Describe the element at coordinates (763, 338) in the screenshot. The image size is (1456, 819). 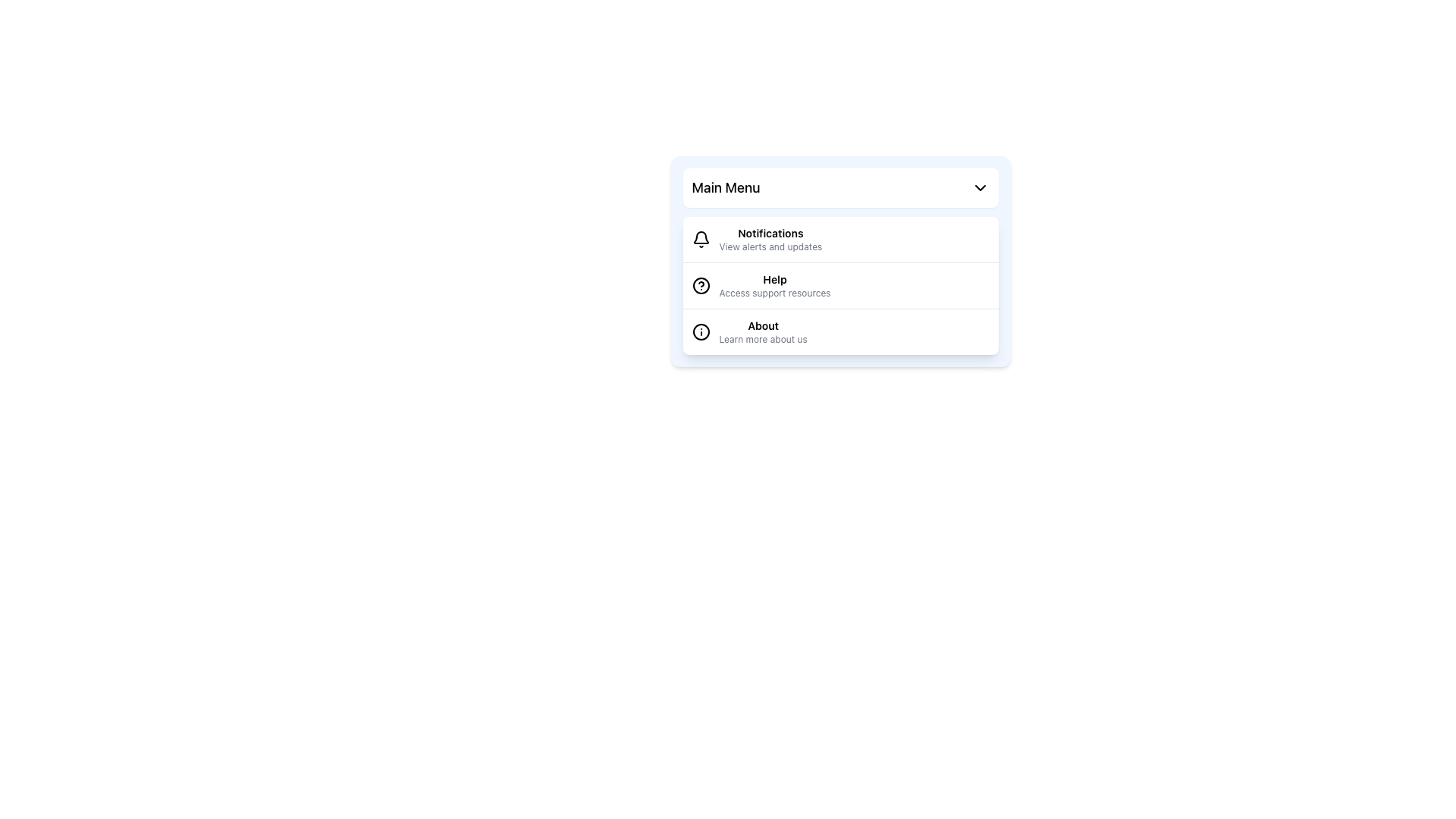
I see `the descriptive text label located in the bottom-right corner of the 'About' section within the 'Main Menu' dropdown, situated below the bold 'About' label` at that location.